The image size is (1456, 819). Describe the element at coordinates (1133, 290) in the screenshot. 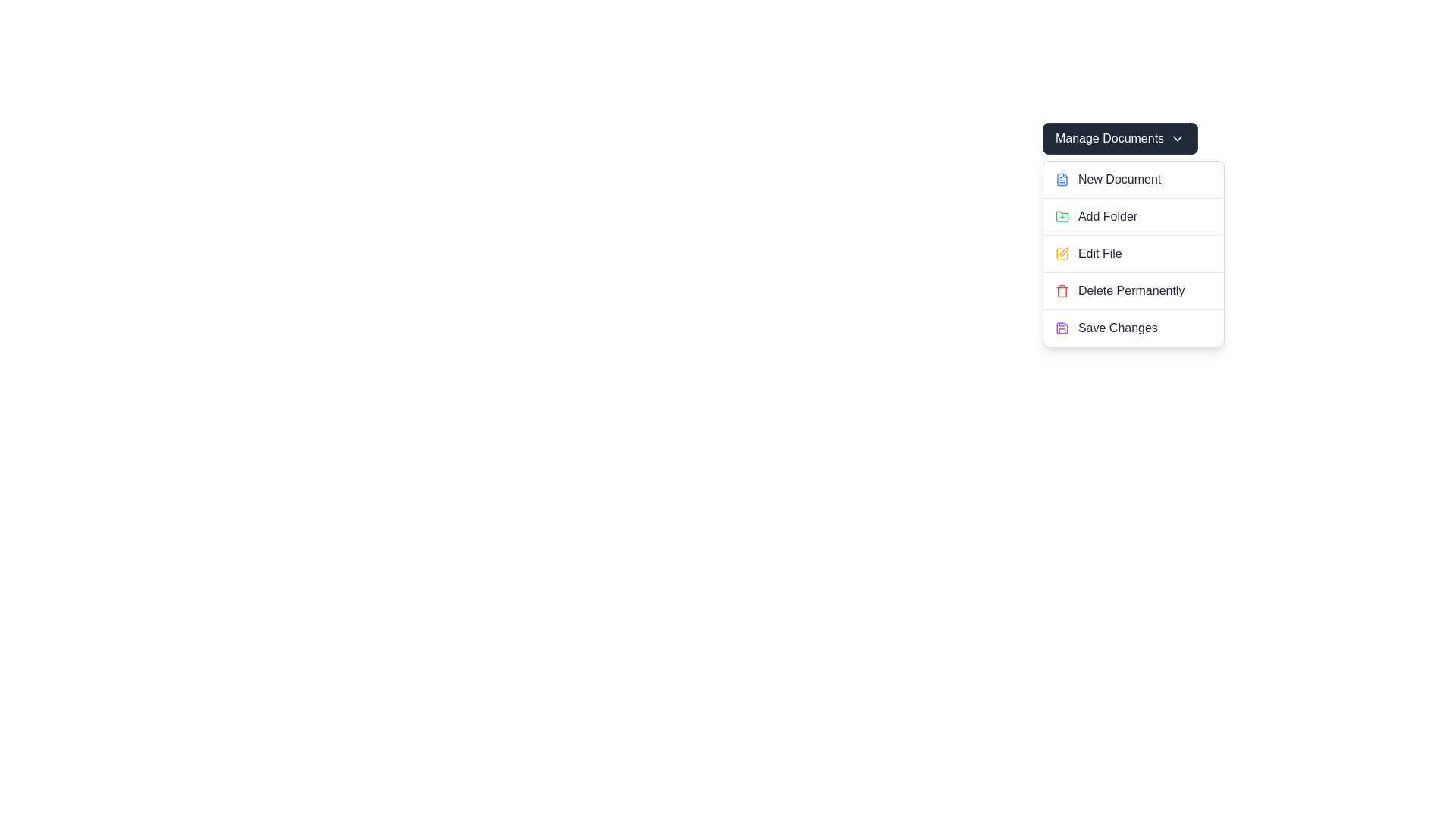

I see `the 'Delete Permanently' button located in the 'Manage Documents' dropdown menu` at that location.